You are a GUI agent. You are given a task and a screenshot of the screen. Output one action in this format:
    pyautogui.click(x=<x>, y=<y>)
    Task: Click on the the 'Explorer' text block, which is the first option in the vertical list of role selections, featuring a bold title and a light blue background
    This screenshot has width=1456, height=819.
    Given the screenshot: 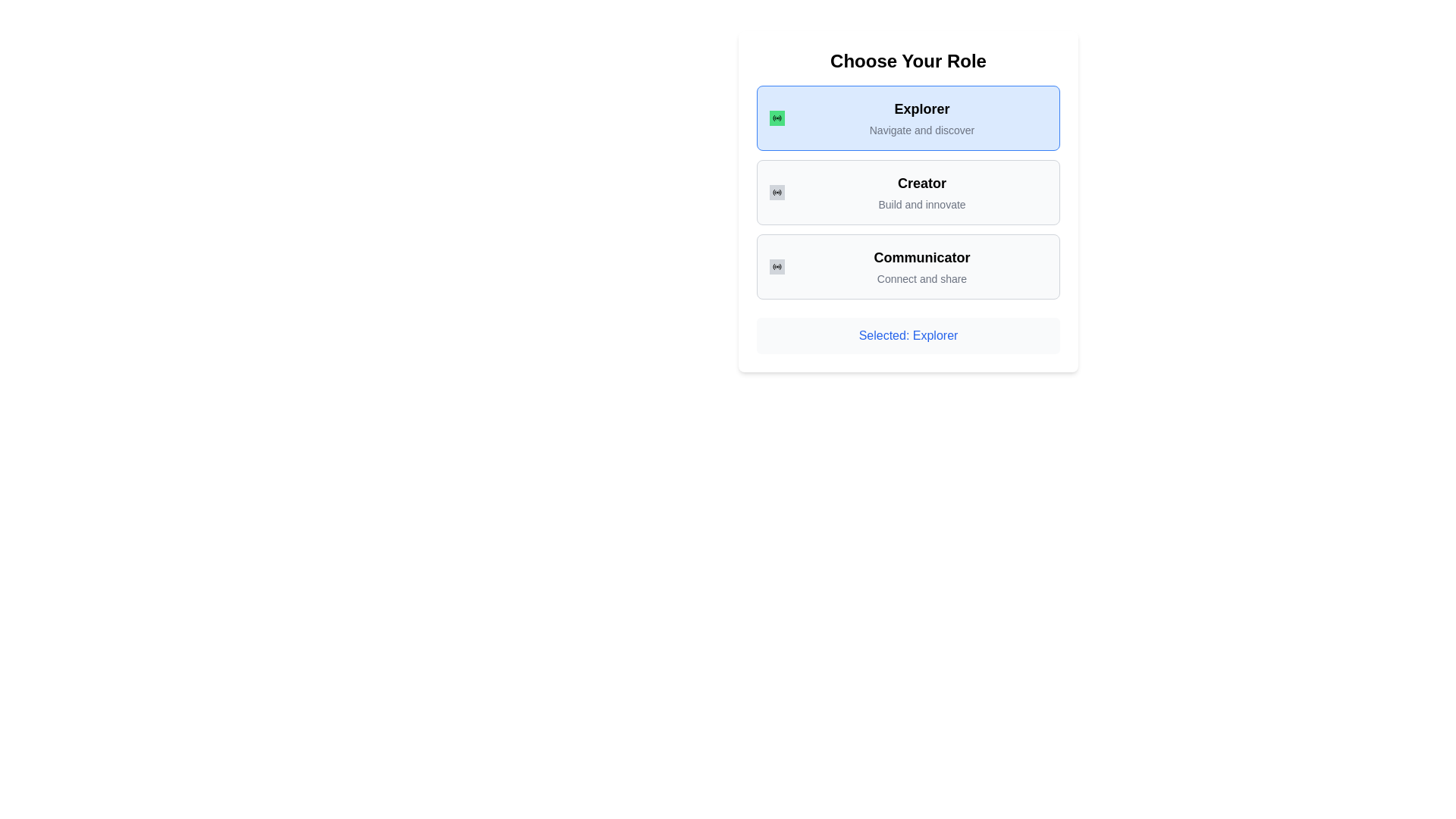 What is the action you would take?
    pyautogui.click(x=921, y=117)
    